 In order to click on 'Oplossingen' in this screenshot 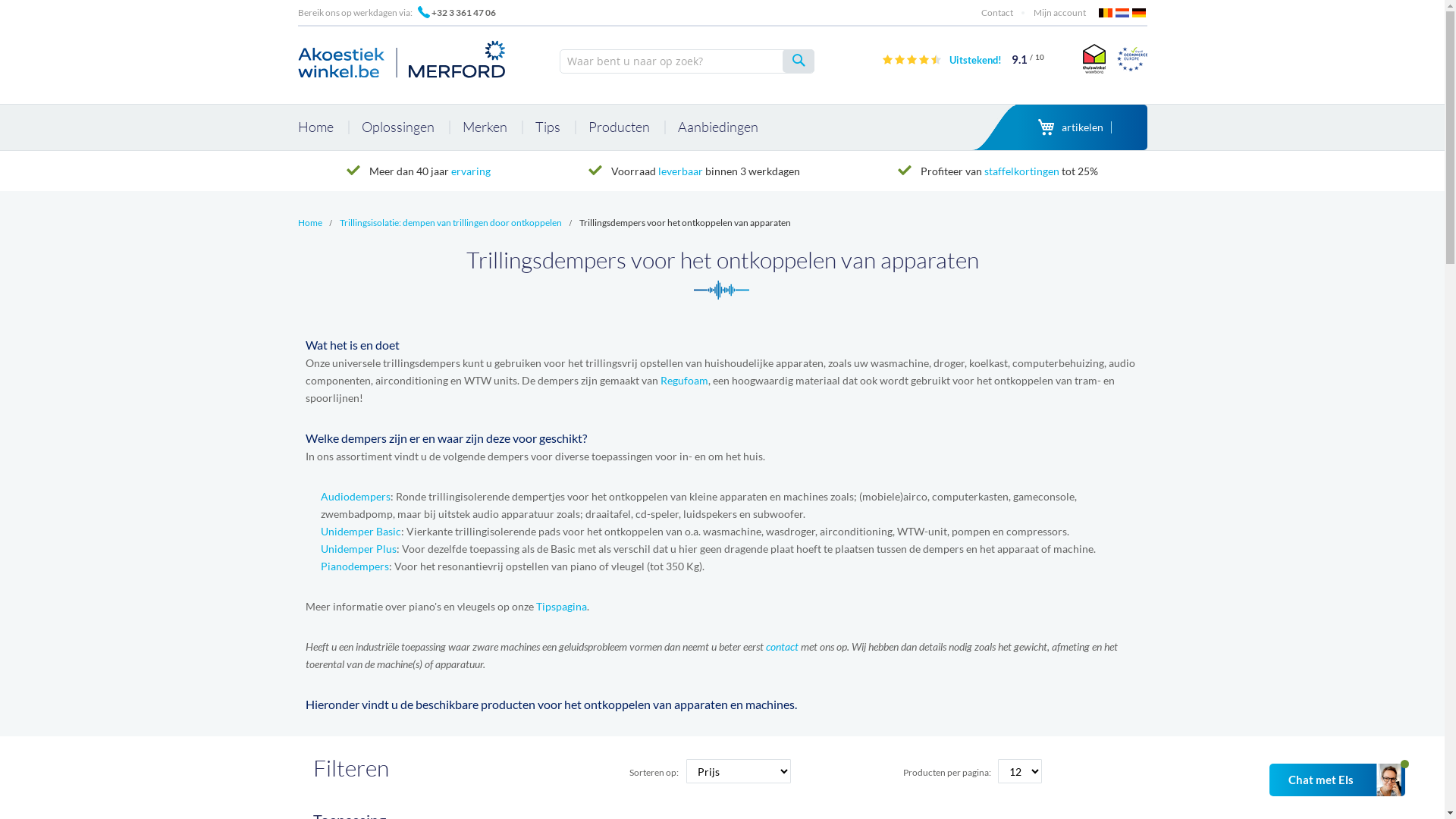, I will do `click(348, 127)`.